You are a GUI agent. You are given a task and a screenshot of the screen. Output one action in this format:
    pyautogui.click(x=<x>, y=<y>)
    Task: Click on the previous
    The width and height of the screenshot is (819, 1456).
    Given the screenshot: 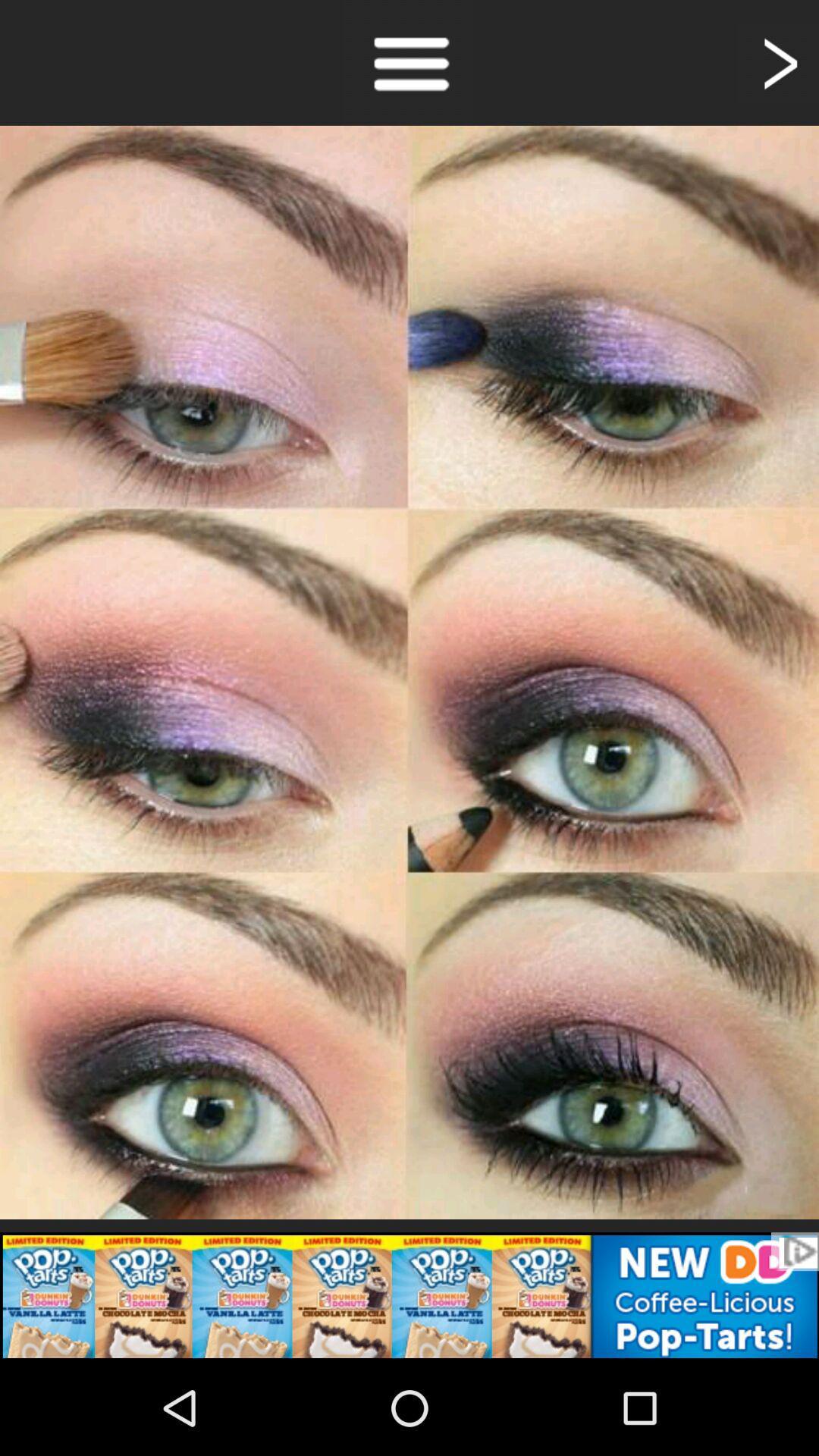 What is the action you would take?
    pyautogui.click(x=778, y=61)
    